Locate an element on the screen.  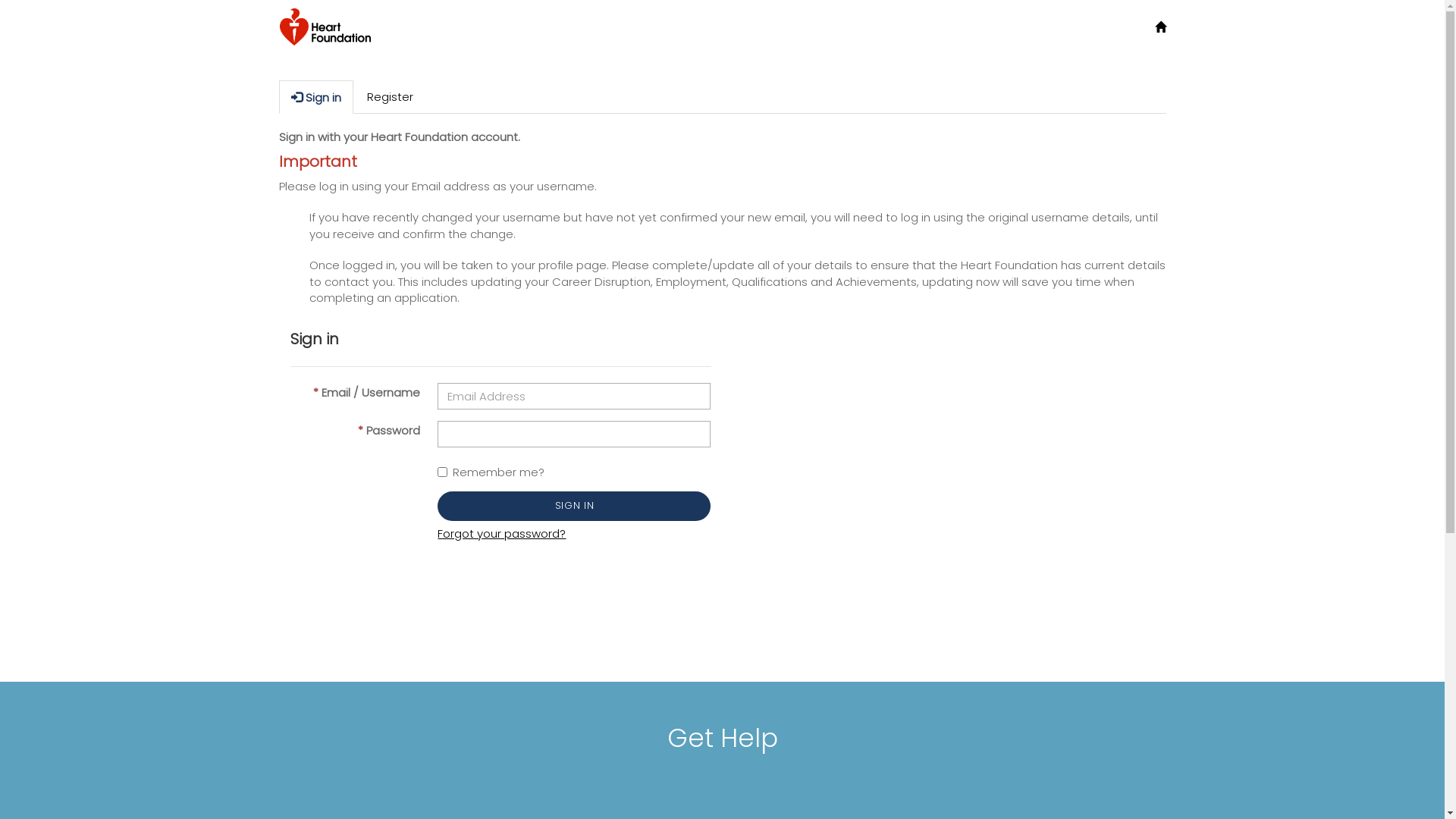
'Register' is located at coordinates (353, 96).